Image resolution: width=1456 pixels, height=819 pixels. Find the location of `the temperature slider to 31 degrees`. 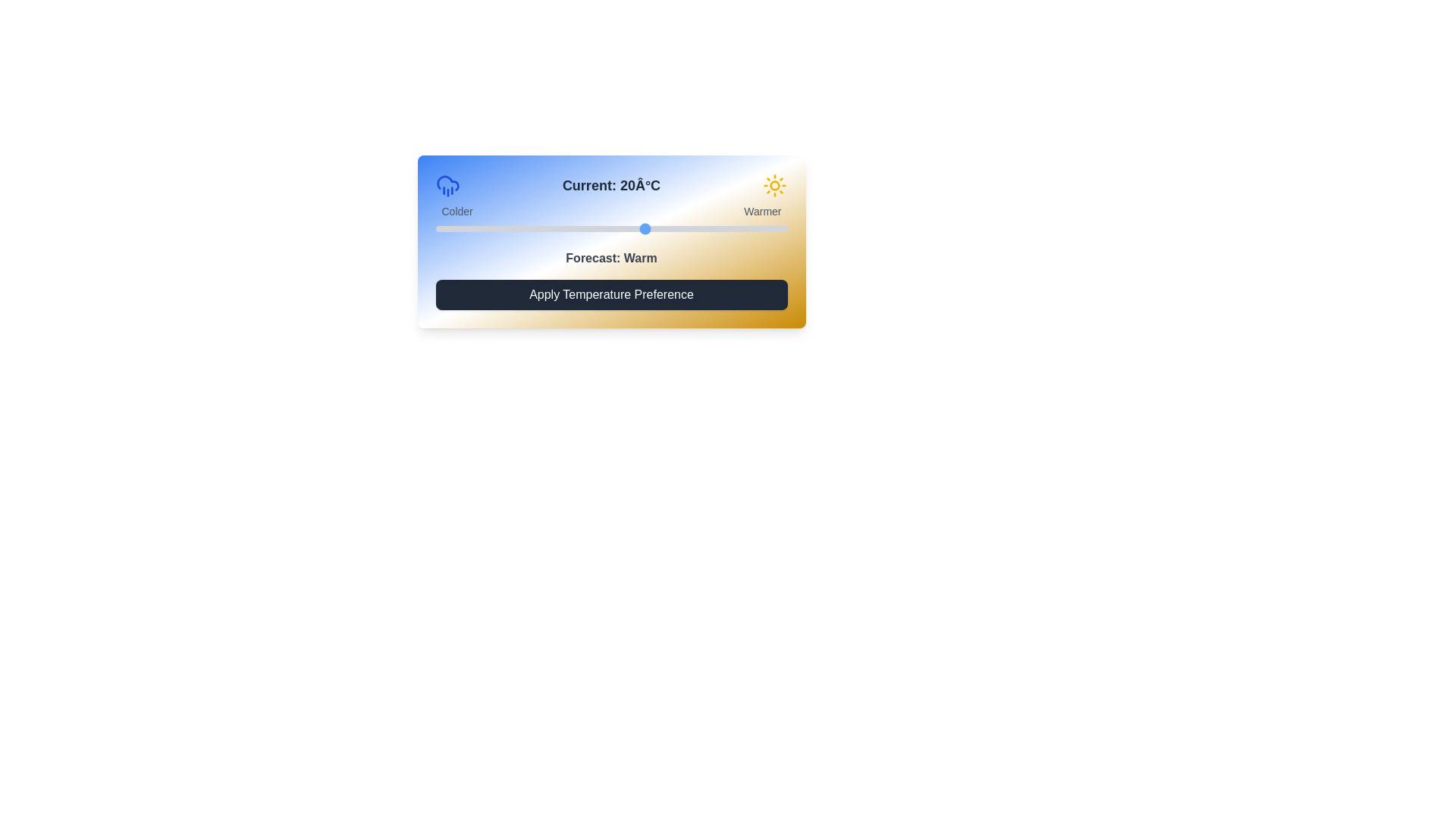

the temperature slider to 31 degrees is located at coordinates (723, 228).